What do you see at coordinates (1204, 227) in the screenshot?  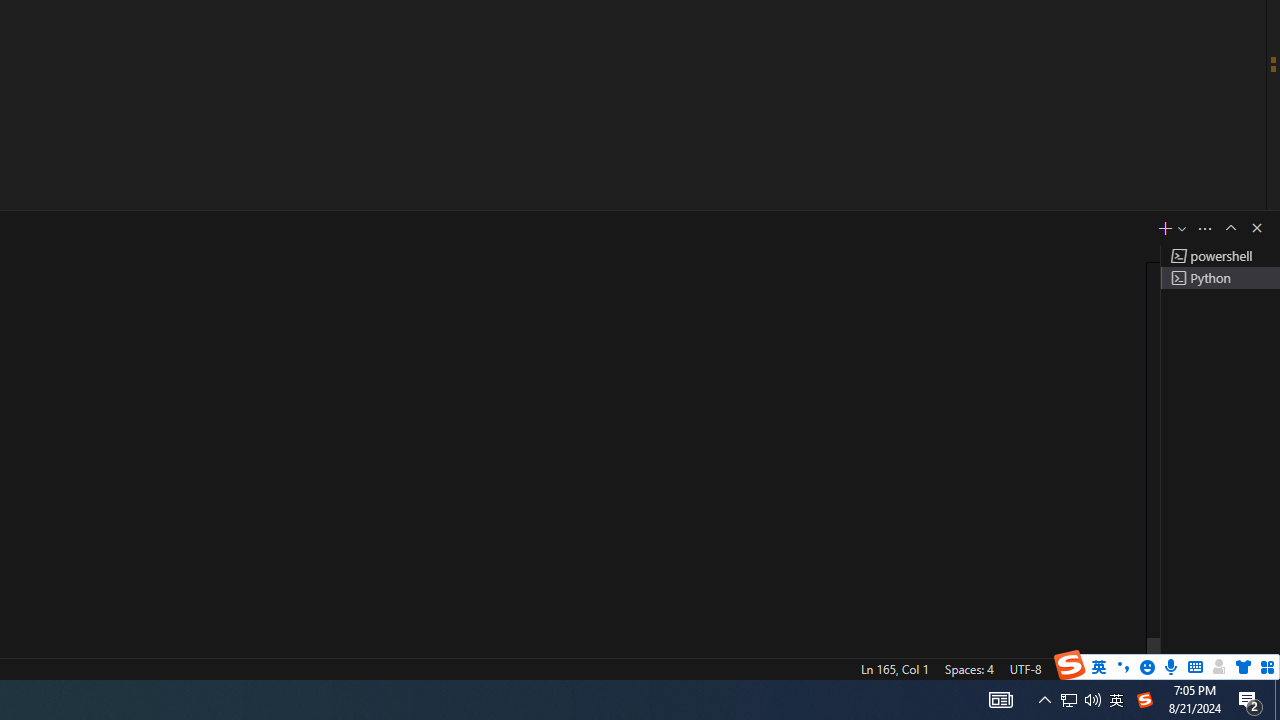 I see `'Views and More Actions...'` at bounding box center [1204, 227].